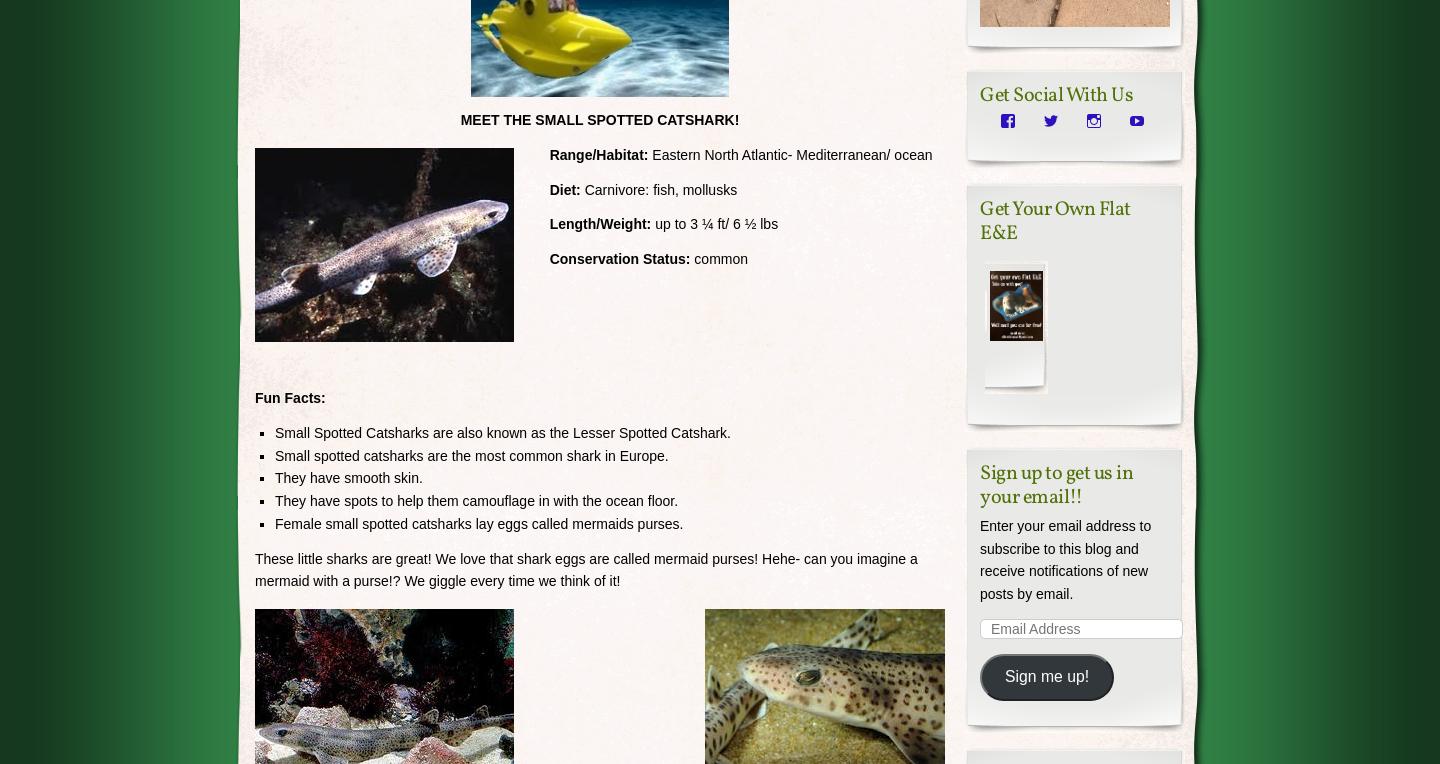  What do you see at coordinates (592, 154) in the screenshot?
I see `'Range/Habitat:'` at bounding box center [592, 154].